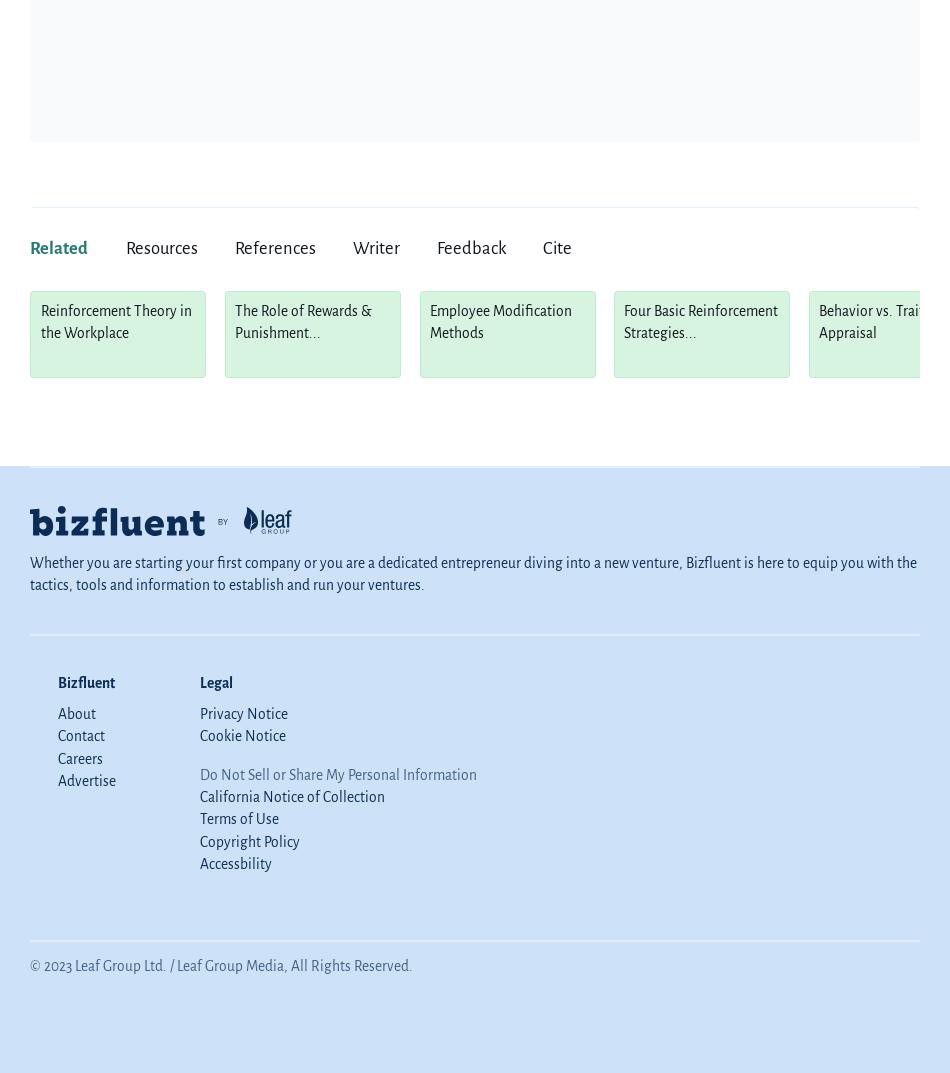 The height and width of the screenshot is (1073, 950). I want to click on 'Four Basic Reinforcement Strategies...', so click(623, 322).